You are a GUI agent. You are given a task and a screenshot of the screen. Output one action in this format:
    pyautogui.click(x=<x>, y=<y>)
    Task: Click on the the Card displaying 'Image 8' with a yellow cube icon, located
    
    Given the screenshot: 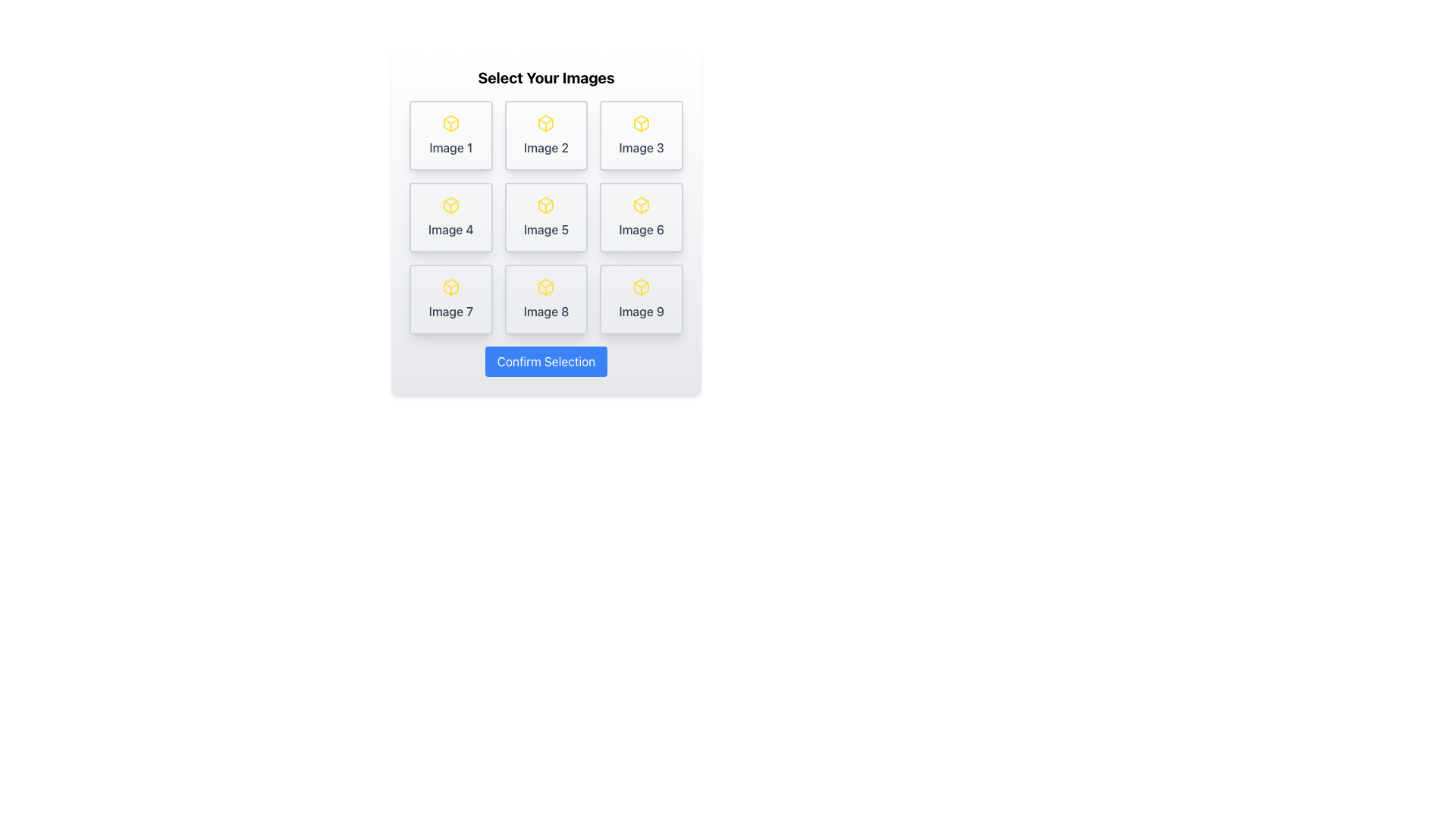 What is the action you would take?
    pyautogui.click(x=546, y=299)
    